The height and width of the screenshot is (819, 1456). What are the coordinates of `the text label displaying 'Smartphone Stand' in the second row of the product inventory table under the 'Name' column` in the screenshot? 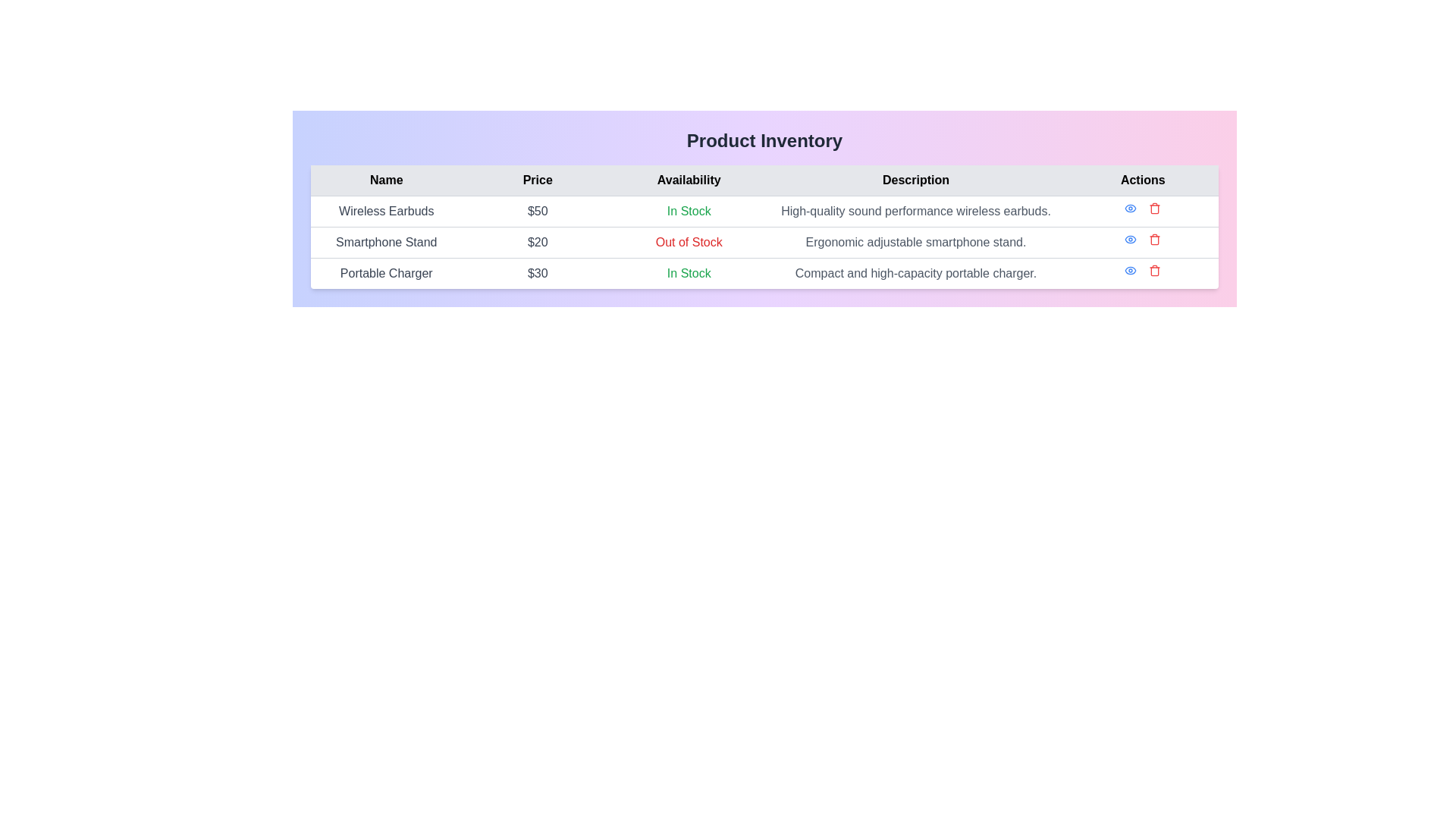 It's located at (386, 242).